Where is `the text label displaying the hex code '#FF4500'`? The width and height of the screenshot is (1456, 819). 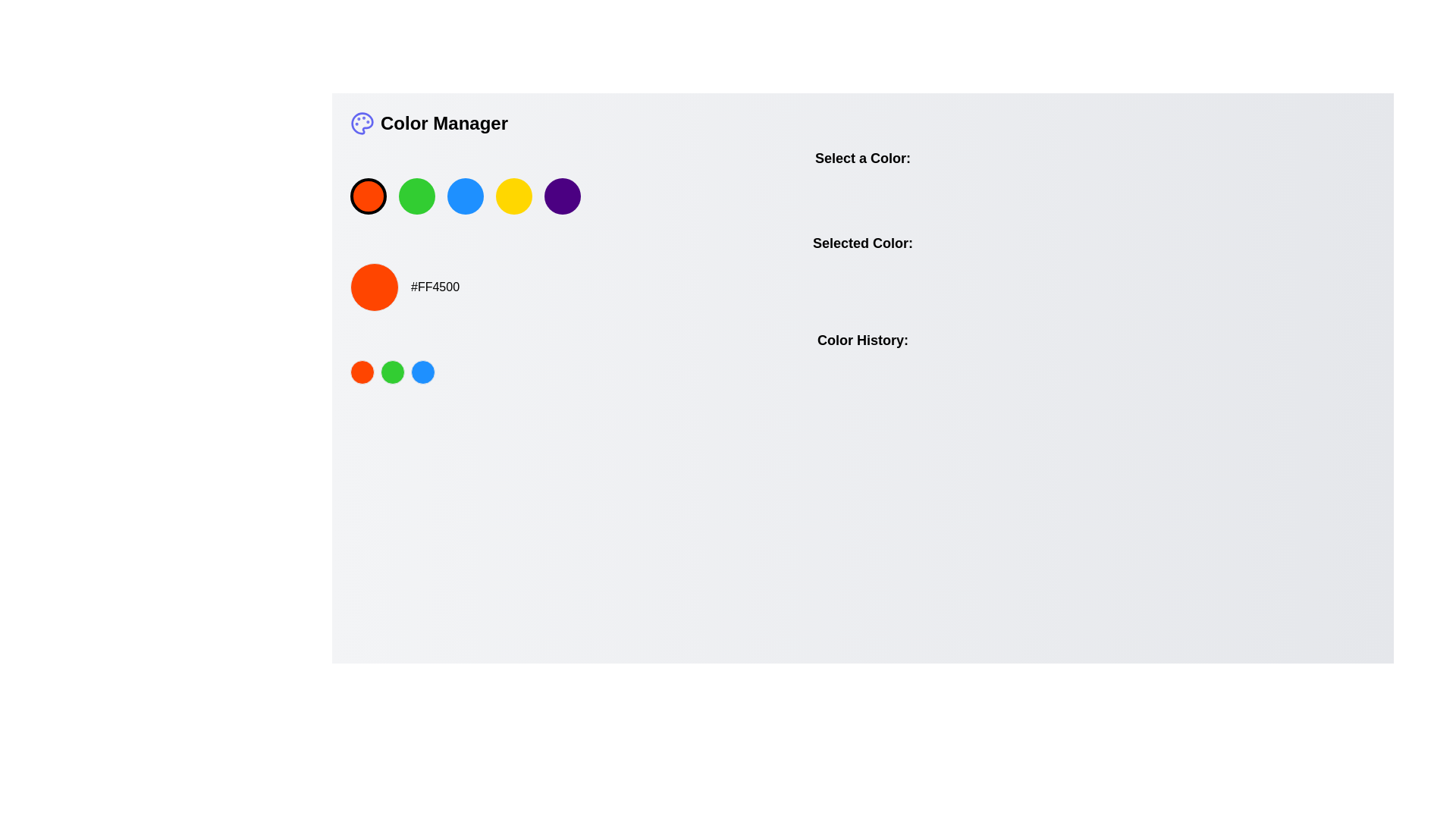 the text label displaying the hex code '#FF4500' is located at coordinates (435, 287).